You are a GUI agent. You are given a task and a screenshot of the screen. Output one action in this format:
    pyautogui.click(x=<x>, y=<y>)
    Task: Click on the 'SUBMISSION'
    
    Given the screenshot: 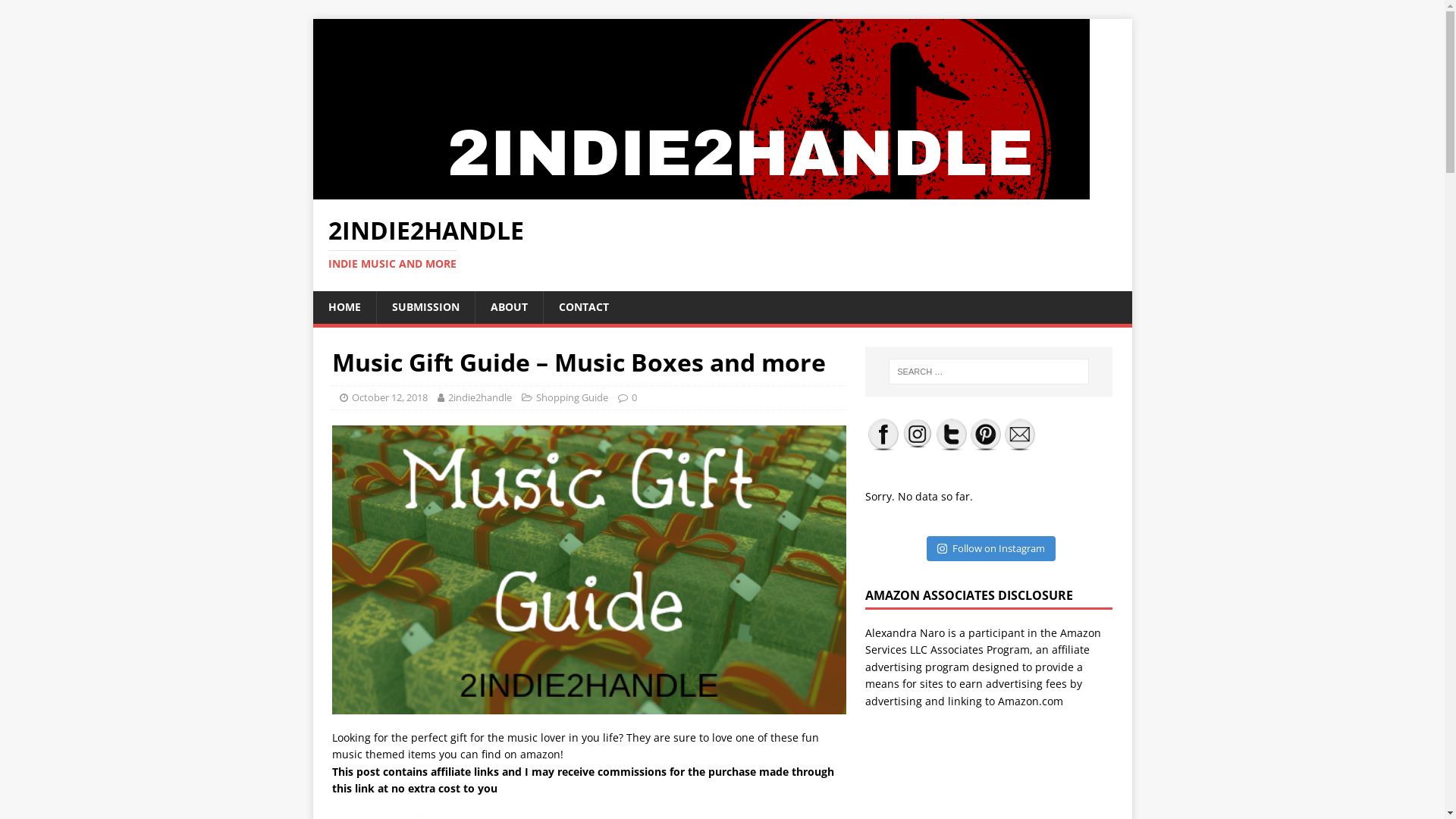 What is the action you would take?
    pyautogui.click(x=425, y=307)
    